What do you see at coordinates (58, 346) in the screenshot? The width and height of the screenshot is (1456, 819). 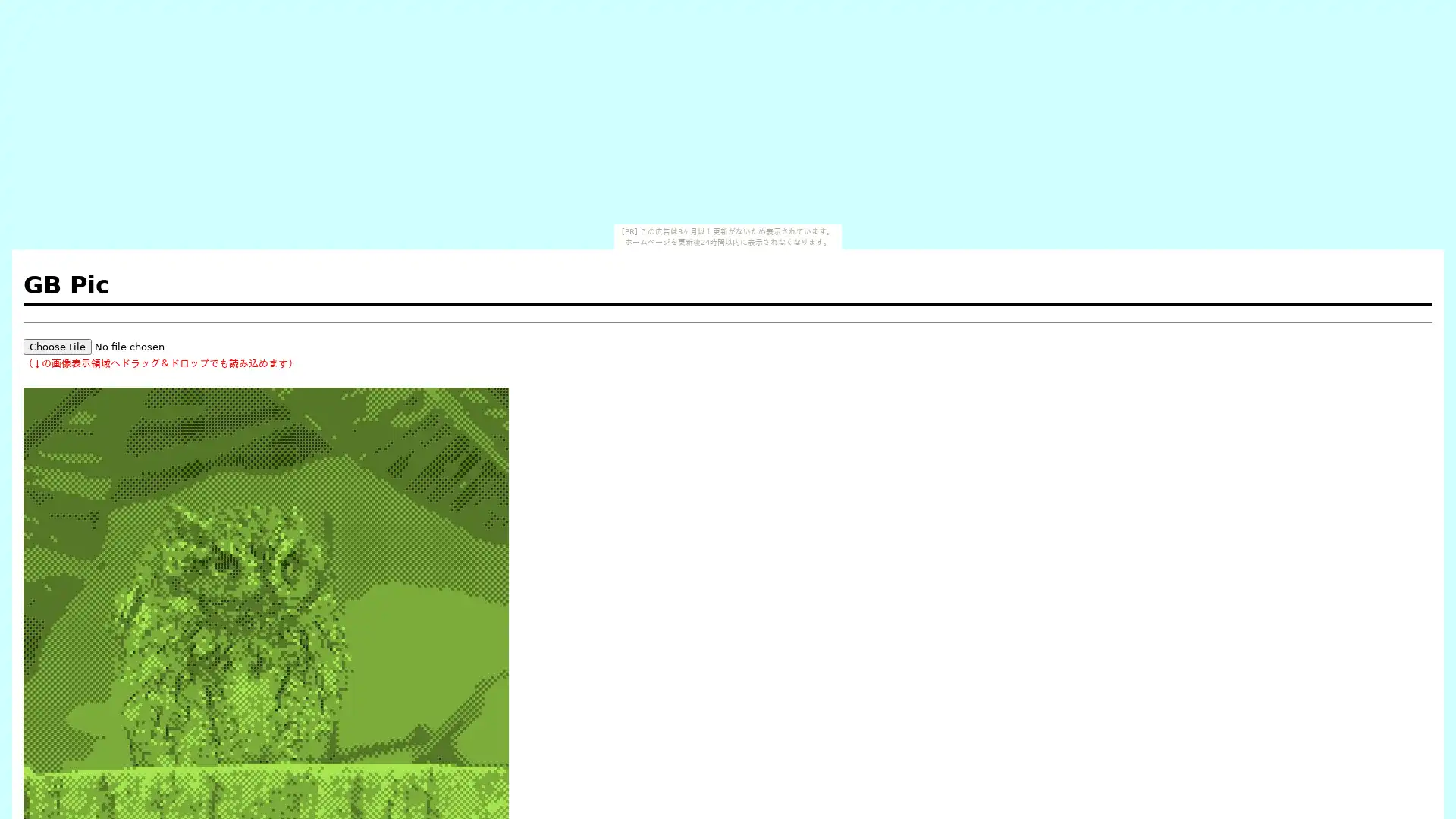 I see `Choose File` at bounding box center [58, 346].